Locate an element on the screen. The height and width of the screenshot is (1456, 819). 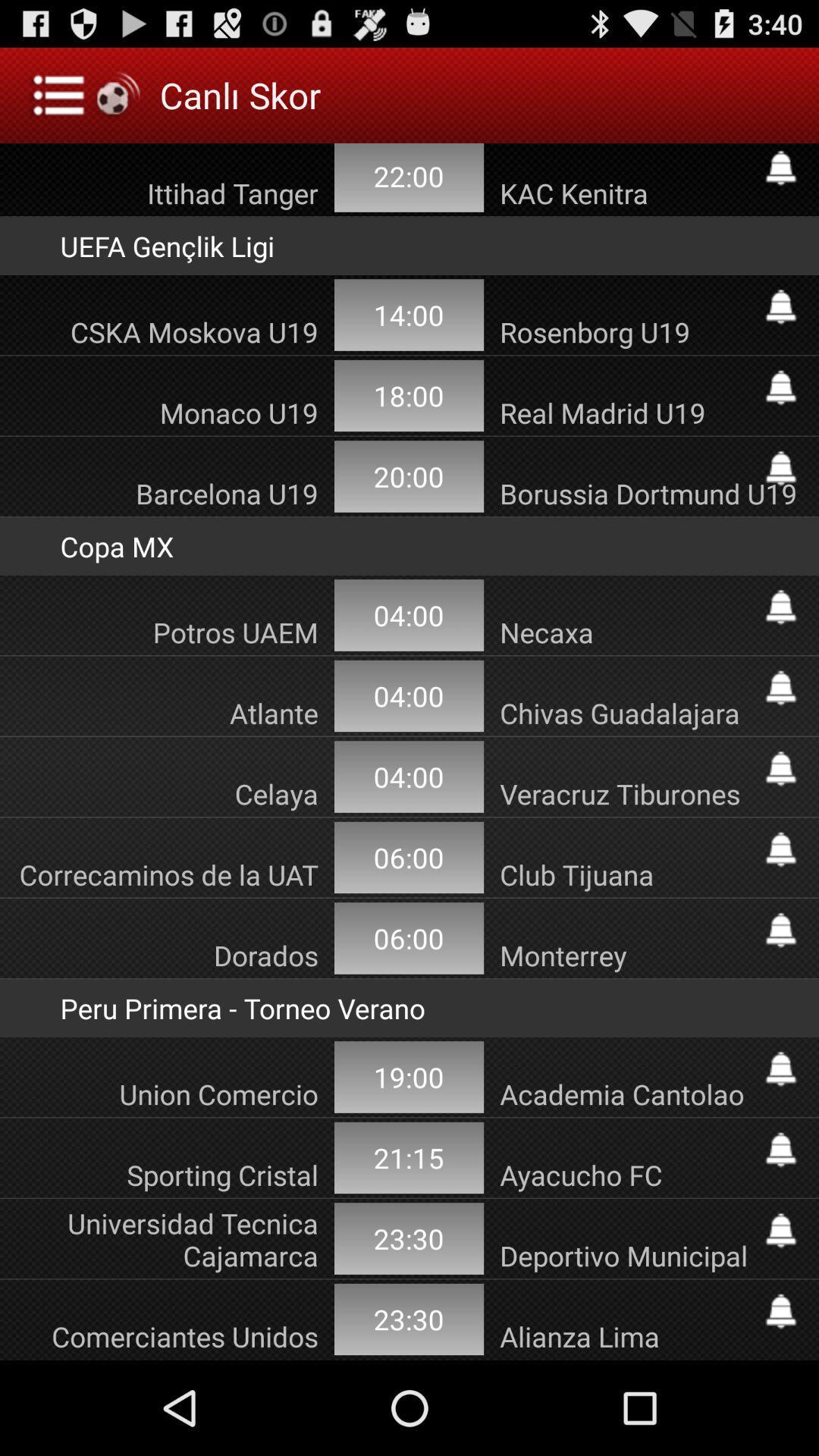
alarm is located at coordinates (780, 849).